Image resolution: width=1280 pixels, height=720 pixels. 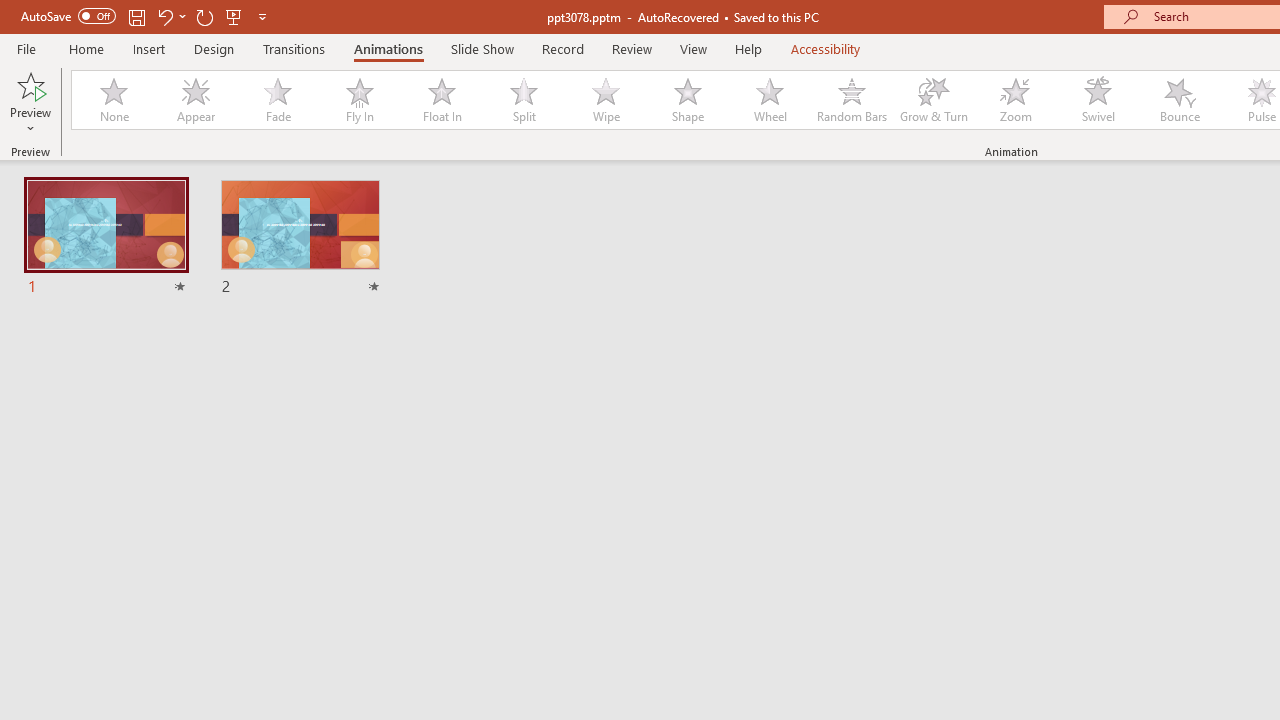 I want to click on 'Bounce', so click(x=1180, y=100).